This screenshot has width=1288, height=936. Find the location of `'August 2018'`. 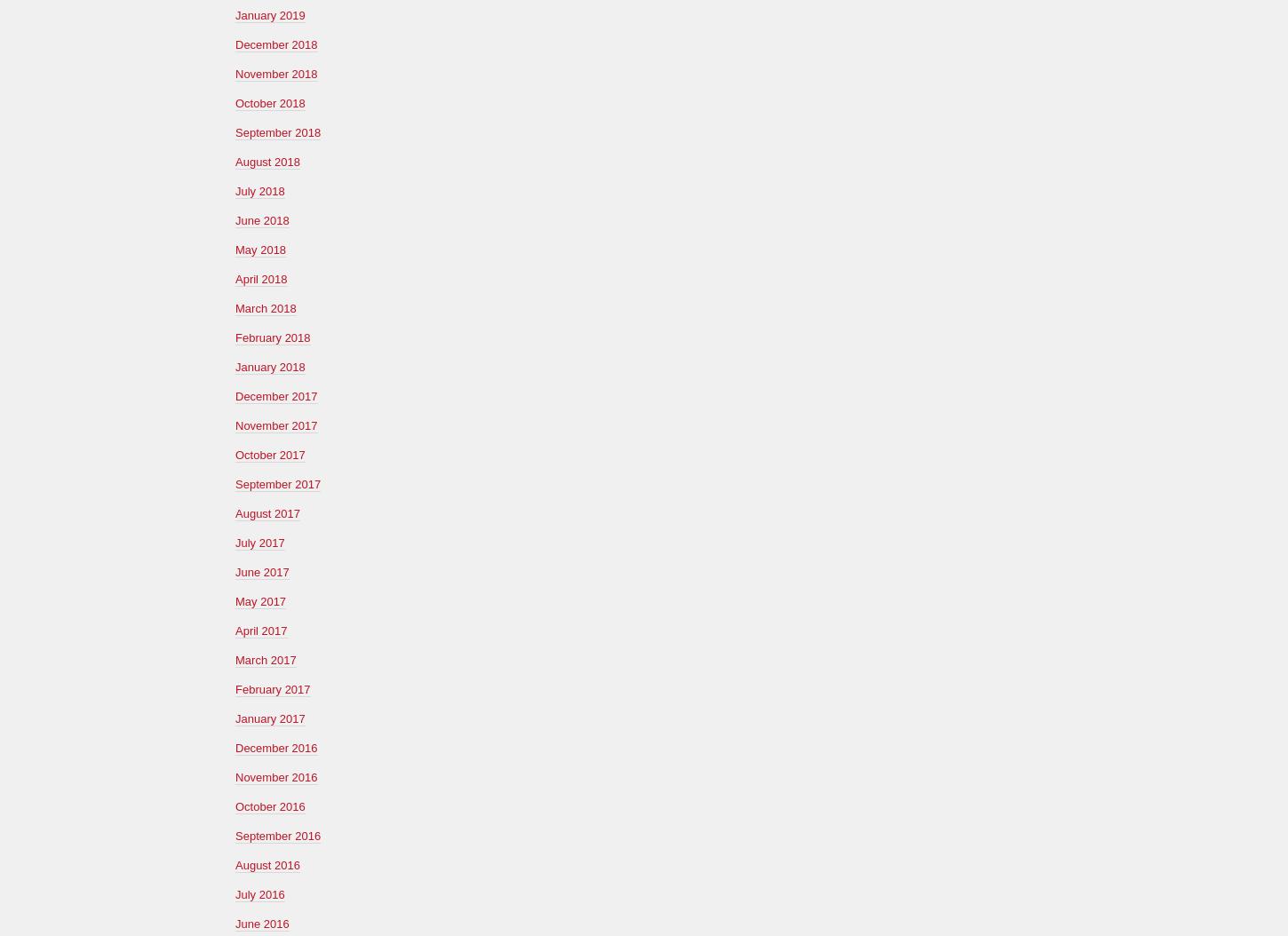

'August 2018' is located at coordinates (267, 160).